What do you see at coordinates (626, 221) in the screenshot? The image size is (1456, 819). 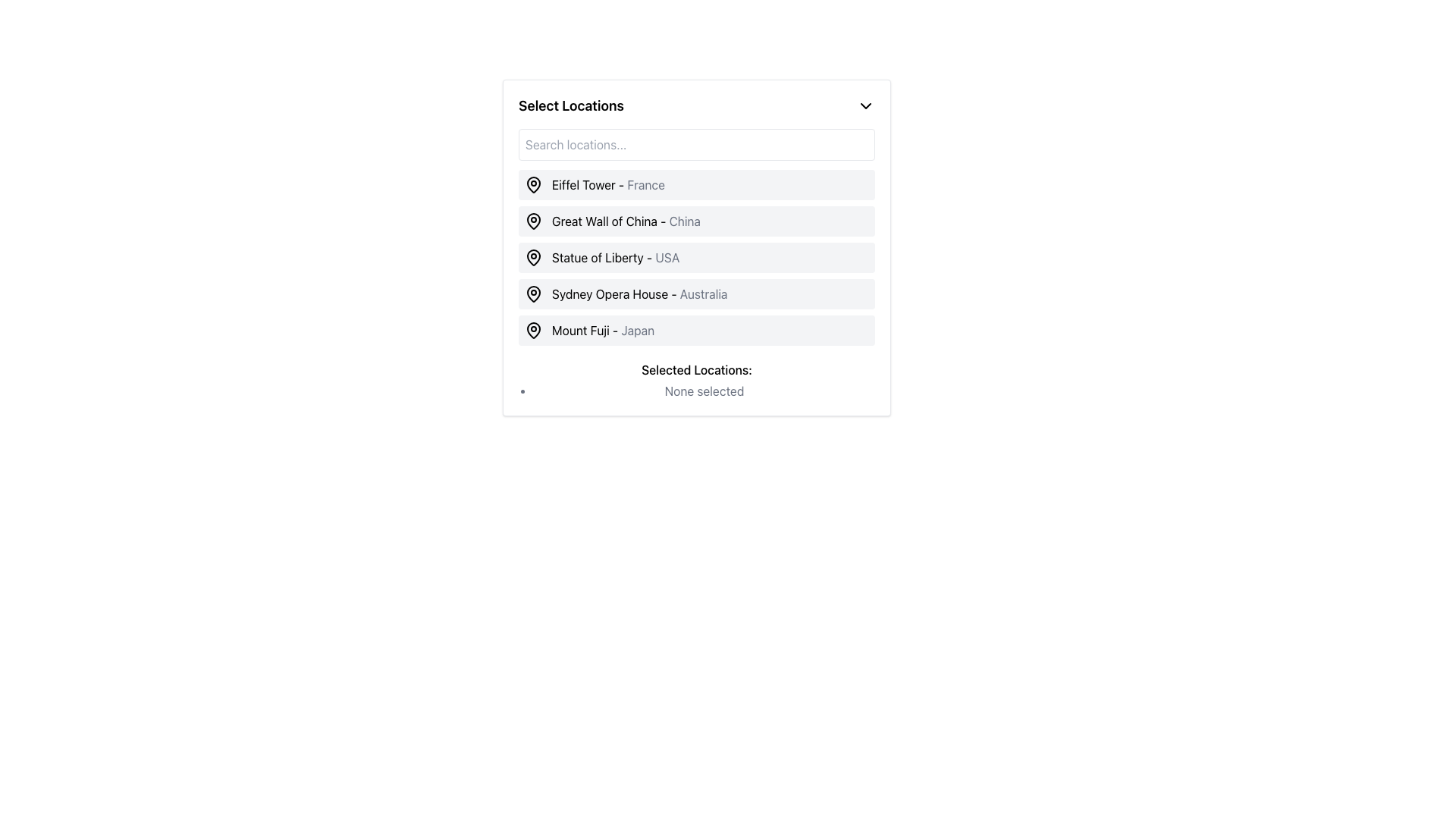 I see `the 'Great Wall of China' option in the dropdown menu` at bounding box center [626, 221].